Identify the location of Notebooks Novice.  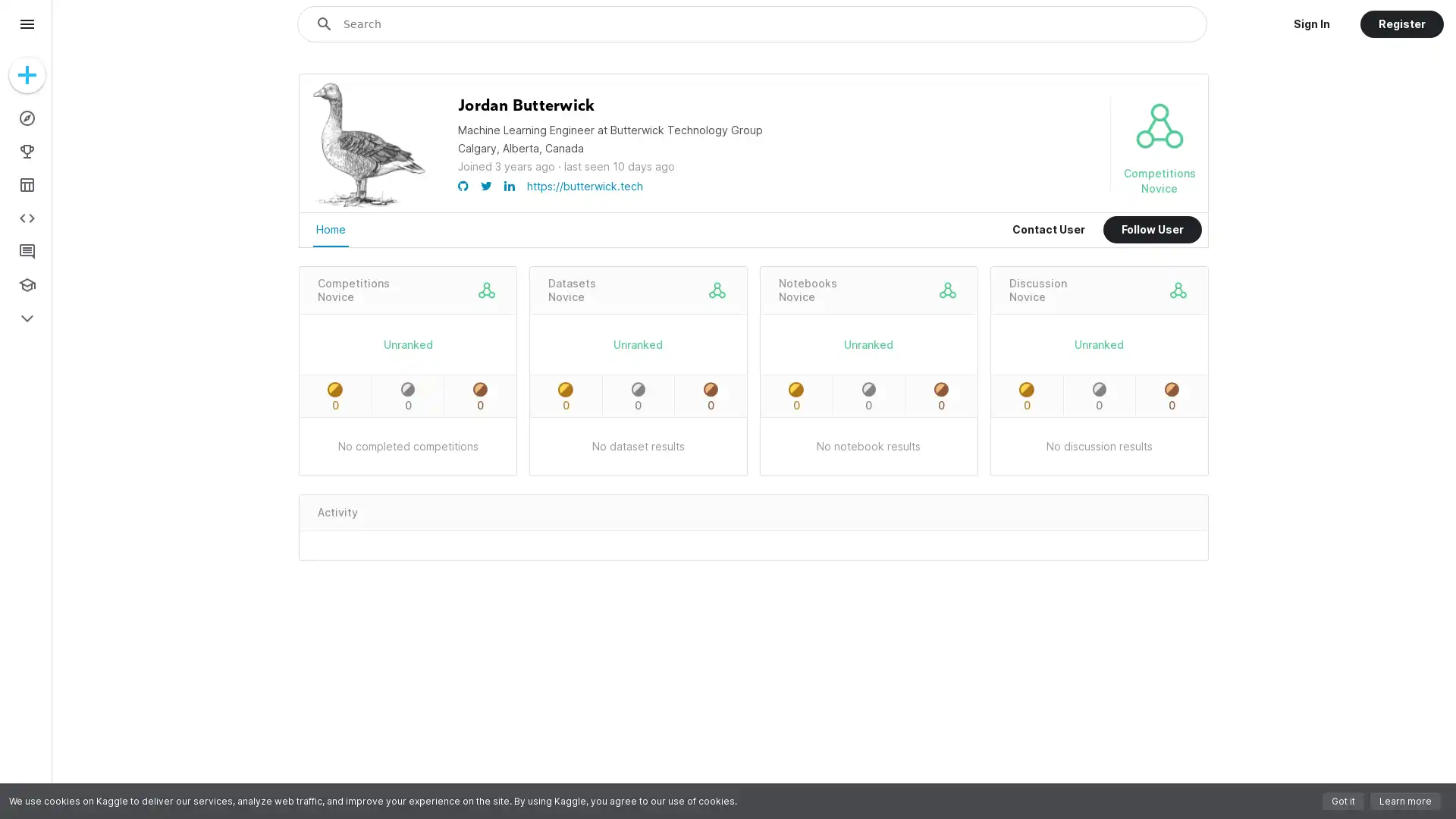
(806, 290).